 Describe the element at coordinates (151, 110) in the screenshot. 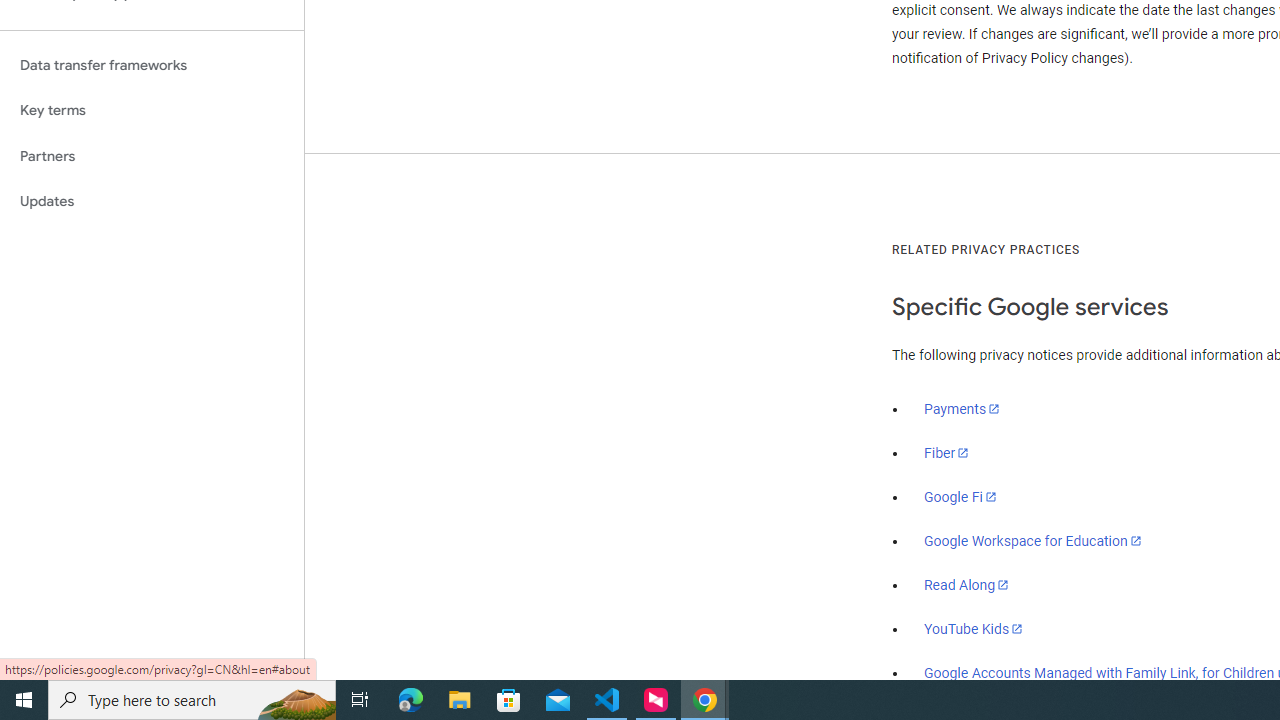

I see `'Key terms'` at that location.